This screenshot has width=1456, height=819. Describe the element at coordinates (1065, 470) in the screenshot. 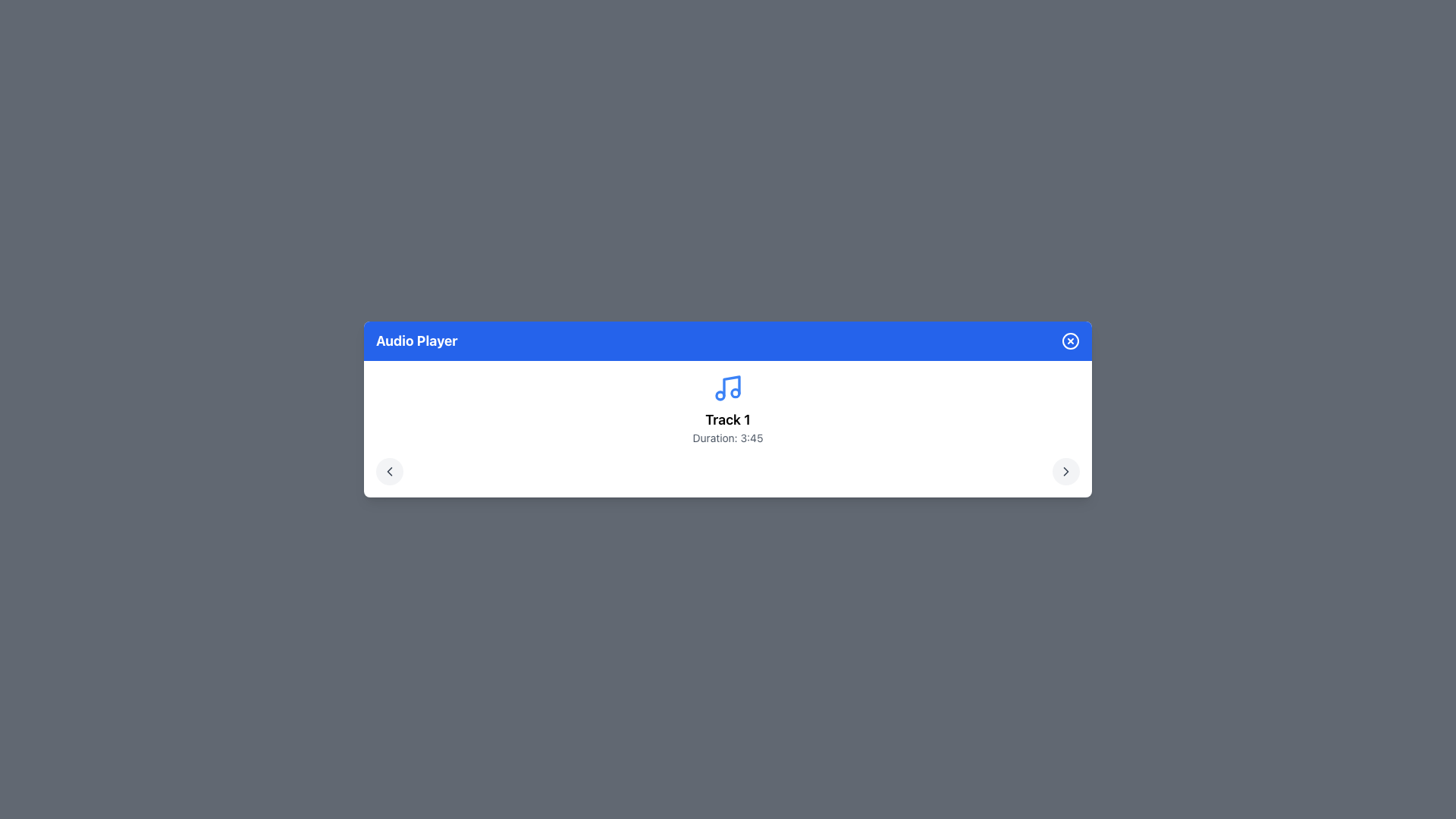

I see `the navigation button located at the lower right corner of the card interface` at that location.